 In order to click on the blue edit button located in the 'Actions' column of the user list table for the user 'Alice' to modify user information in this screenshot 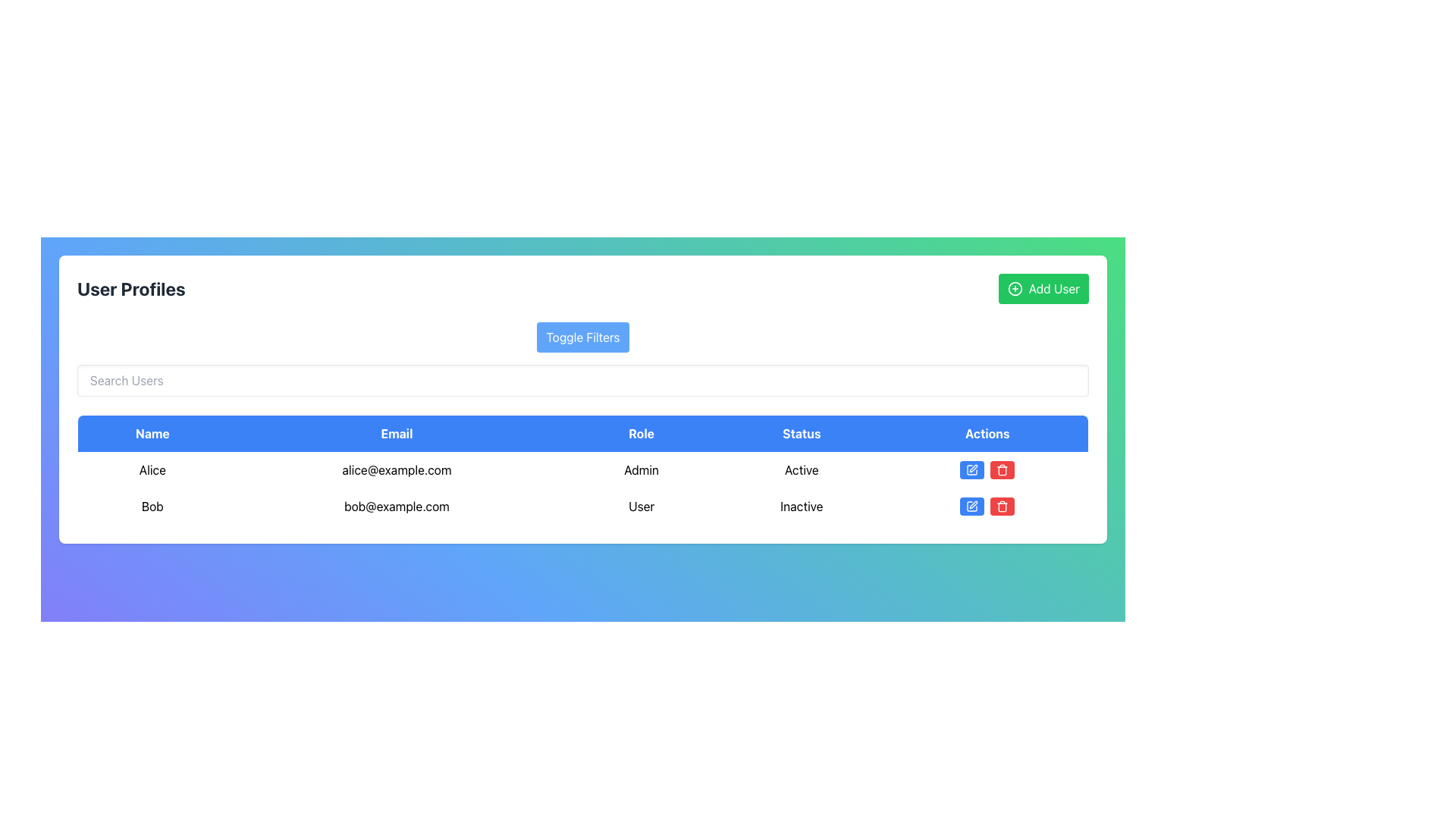, I will do `click(987, 469)`.